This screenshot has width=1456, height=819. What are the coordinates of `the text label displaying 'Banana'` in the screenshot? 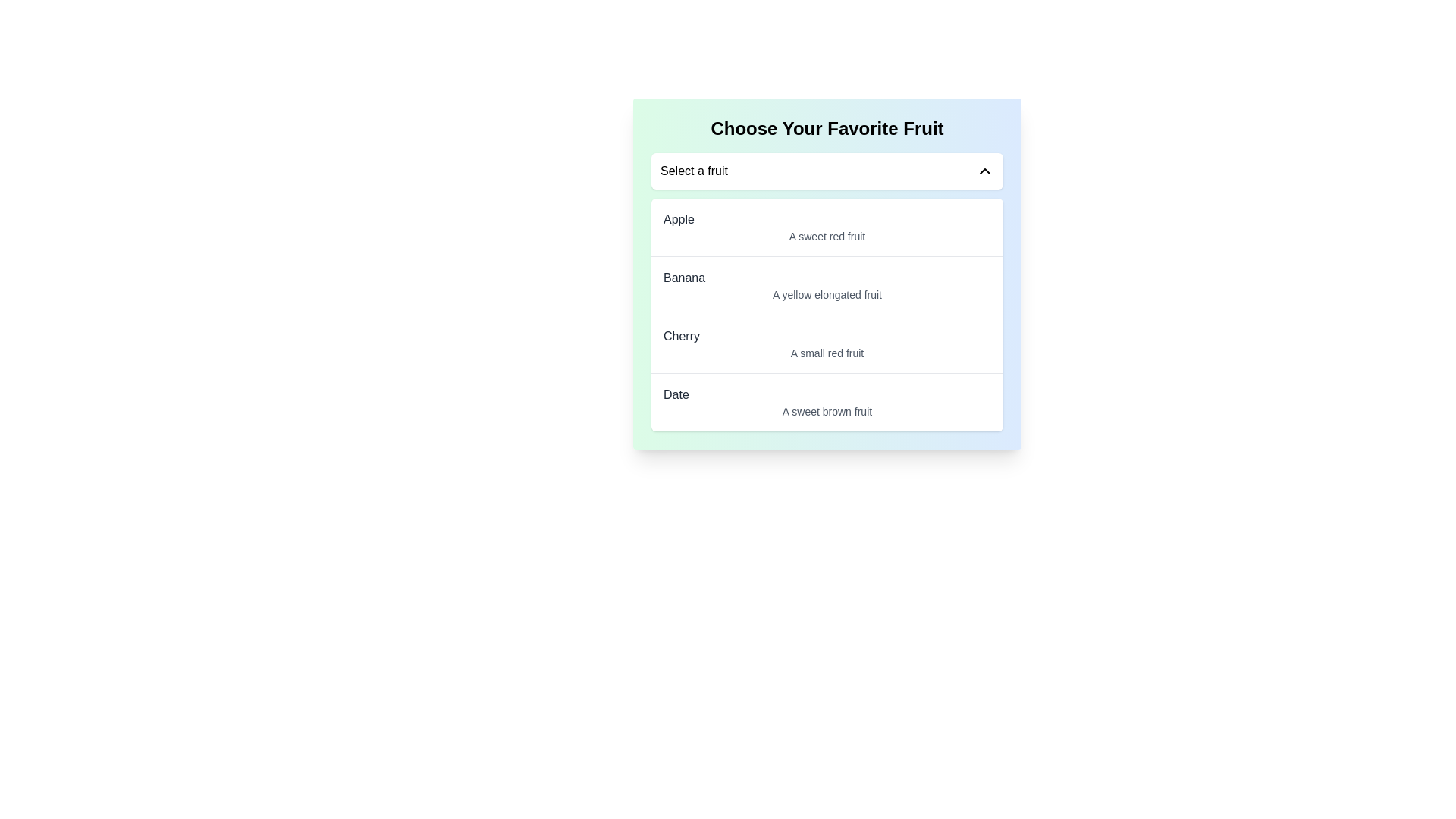 It's located at (683, 278).